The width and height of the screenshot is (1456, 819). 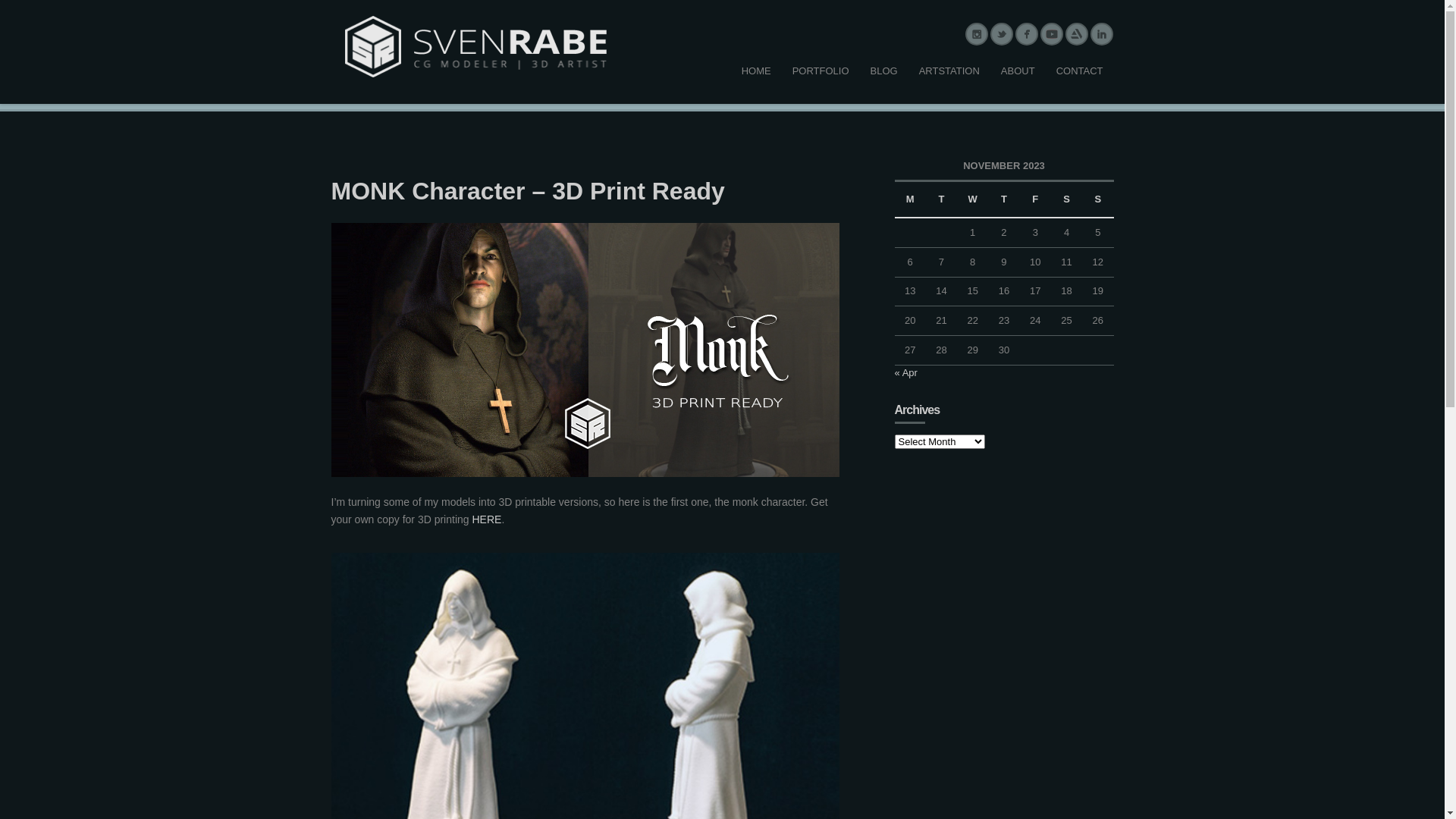 I want to click on 'PORTFOLIO', so click(x=820, y=71).